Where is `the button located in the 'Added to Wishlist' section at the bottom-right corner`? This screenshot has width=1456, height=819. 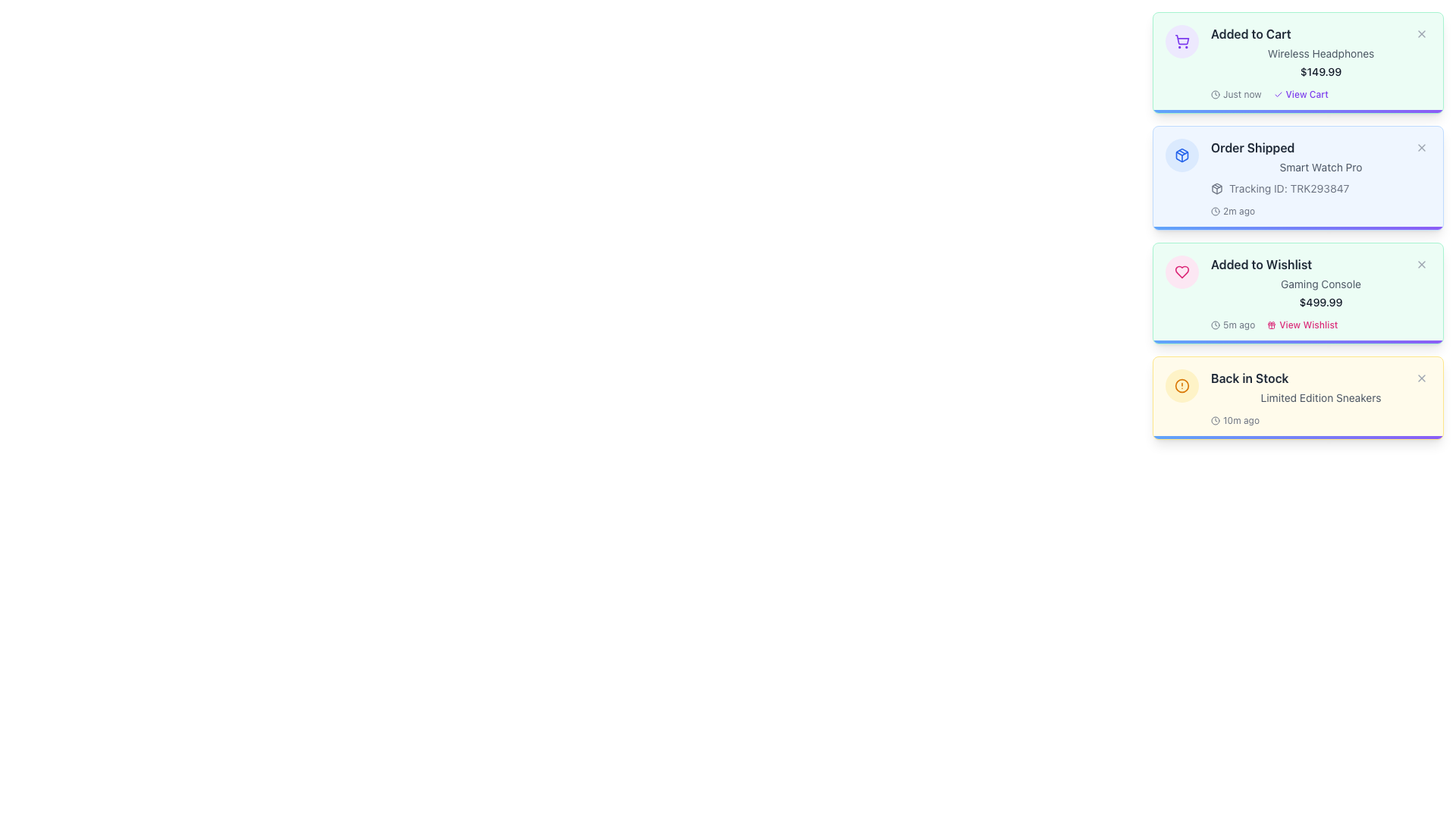 the button located in the 'Added to Wishlist' section at the bottom-right corner is located at coordinates (1301, 324).